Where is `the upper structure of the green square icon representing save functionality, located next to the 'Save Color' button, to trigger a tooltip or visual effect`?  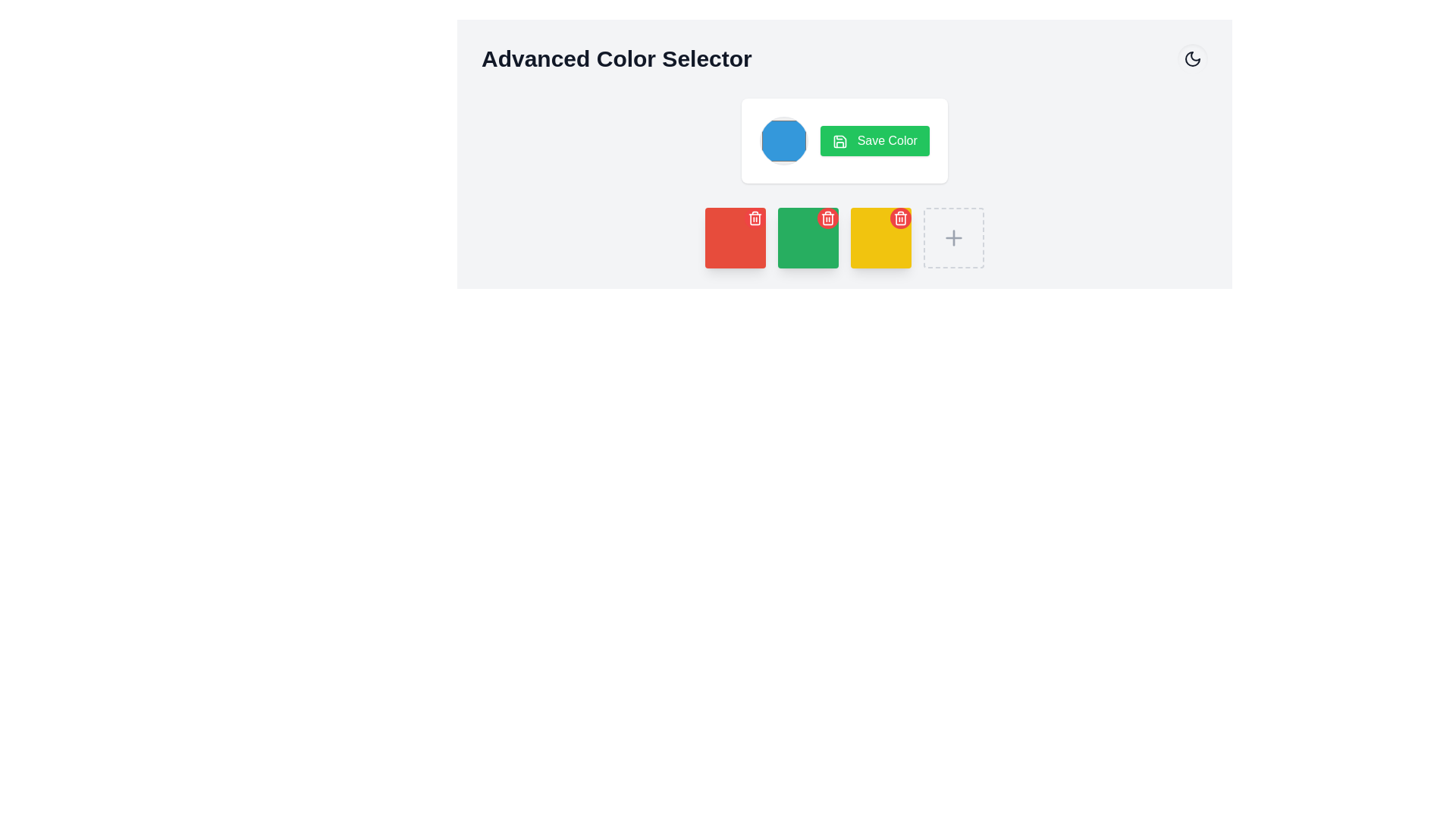
the upper structure of the green square icon representing save functionality, located next to the 'Save Color' button, to trigger a tooltip or visual effect is located at coordinates (839, 141).